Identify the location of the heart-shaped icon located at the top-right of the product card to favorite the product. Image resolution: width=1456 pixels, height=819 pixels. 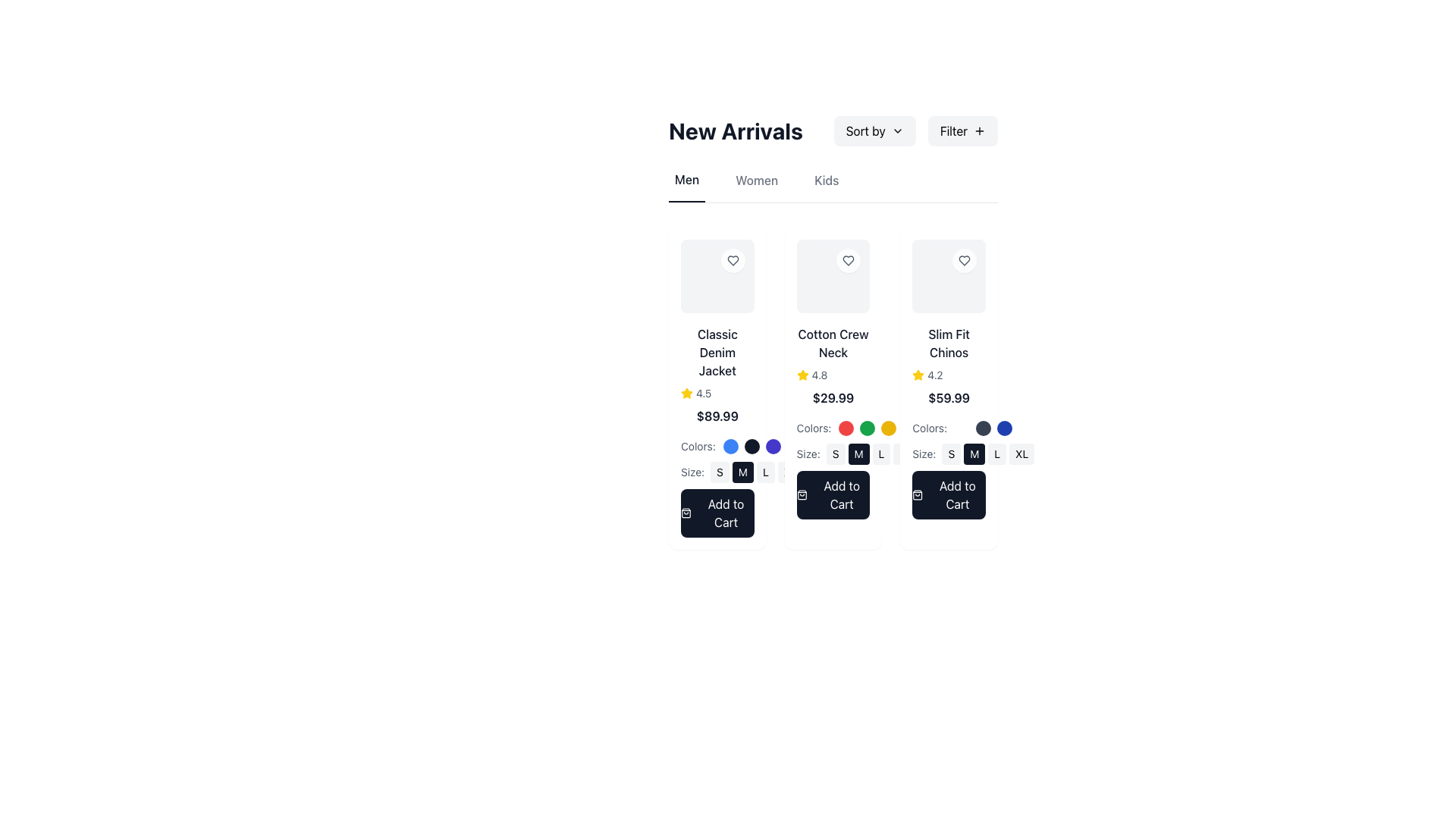
(848, 259).